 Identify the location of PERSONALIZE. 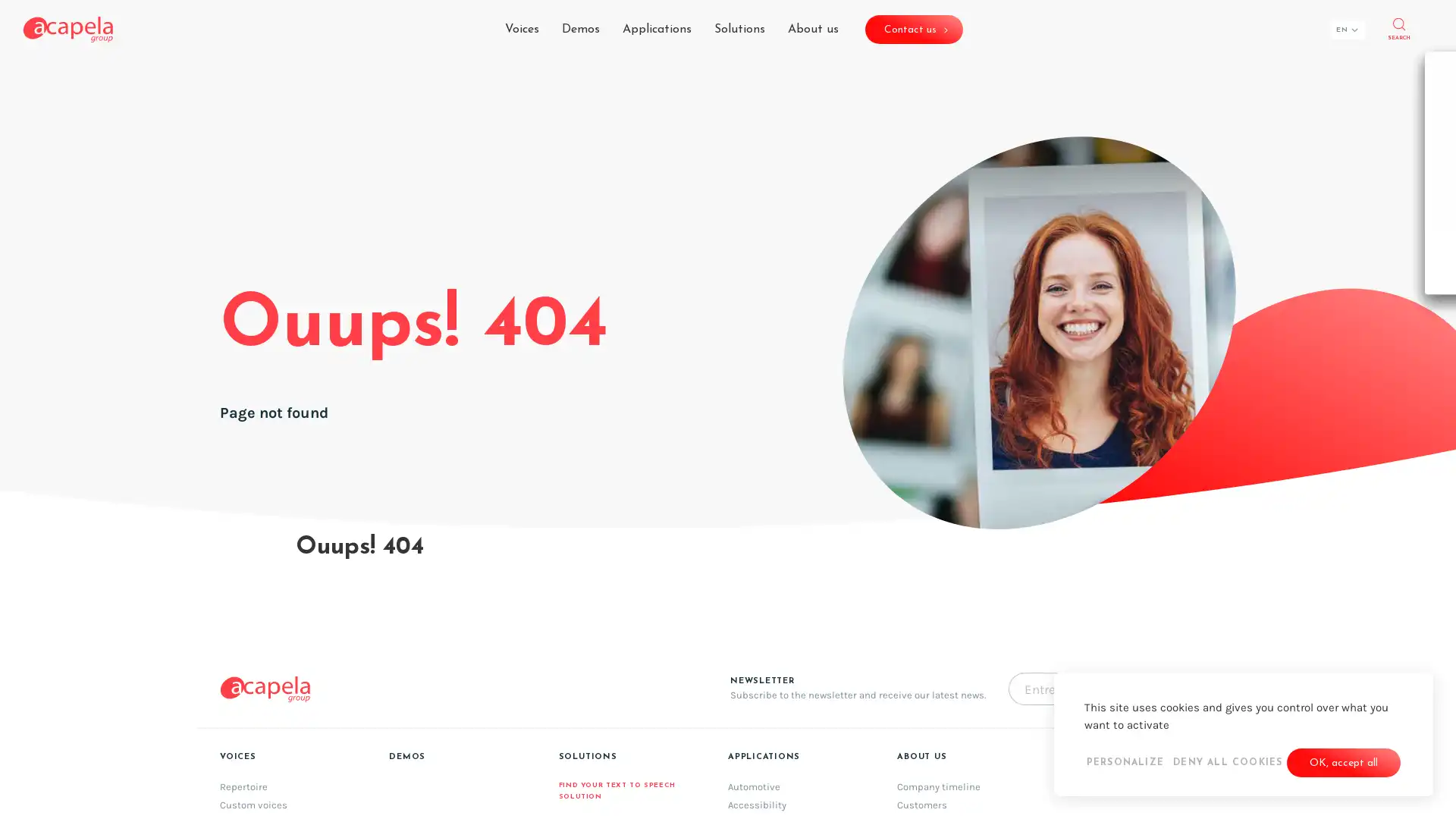
(1125, 763).